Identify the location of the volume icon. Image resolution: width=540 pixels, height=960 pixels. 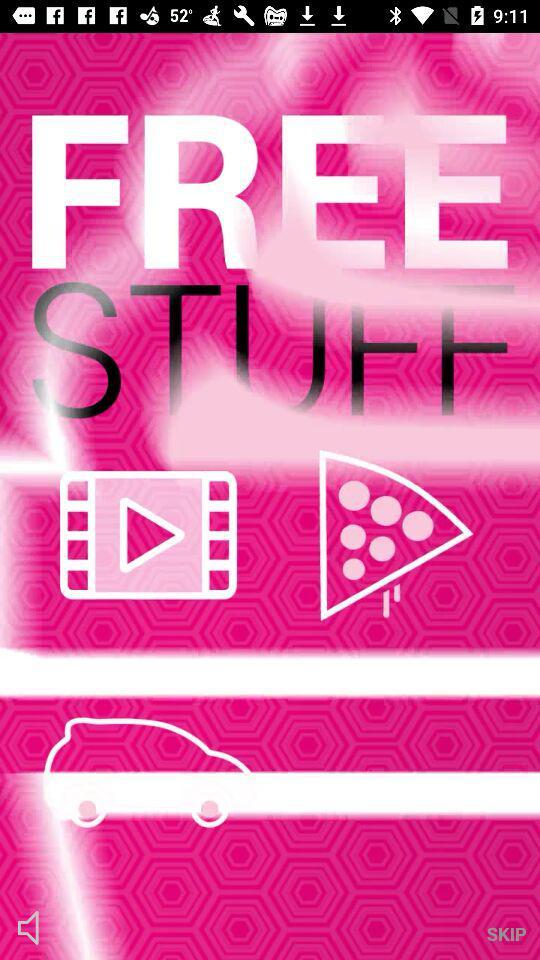
(31, 928).